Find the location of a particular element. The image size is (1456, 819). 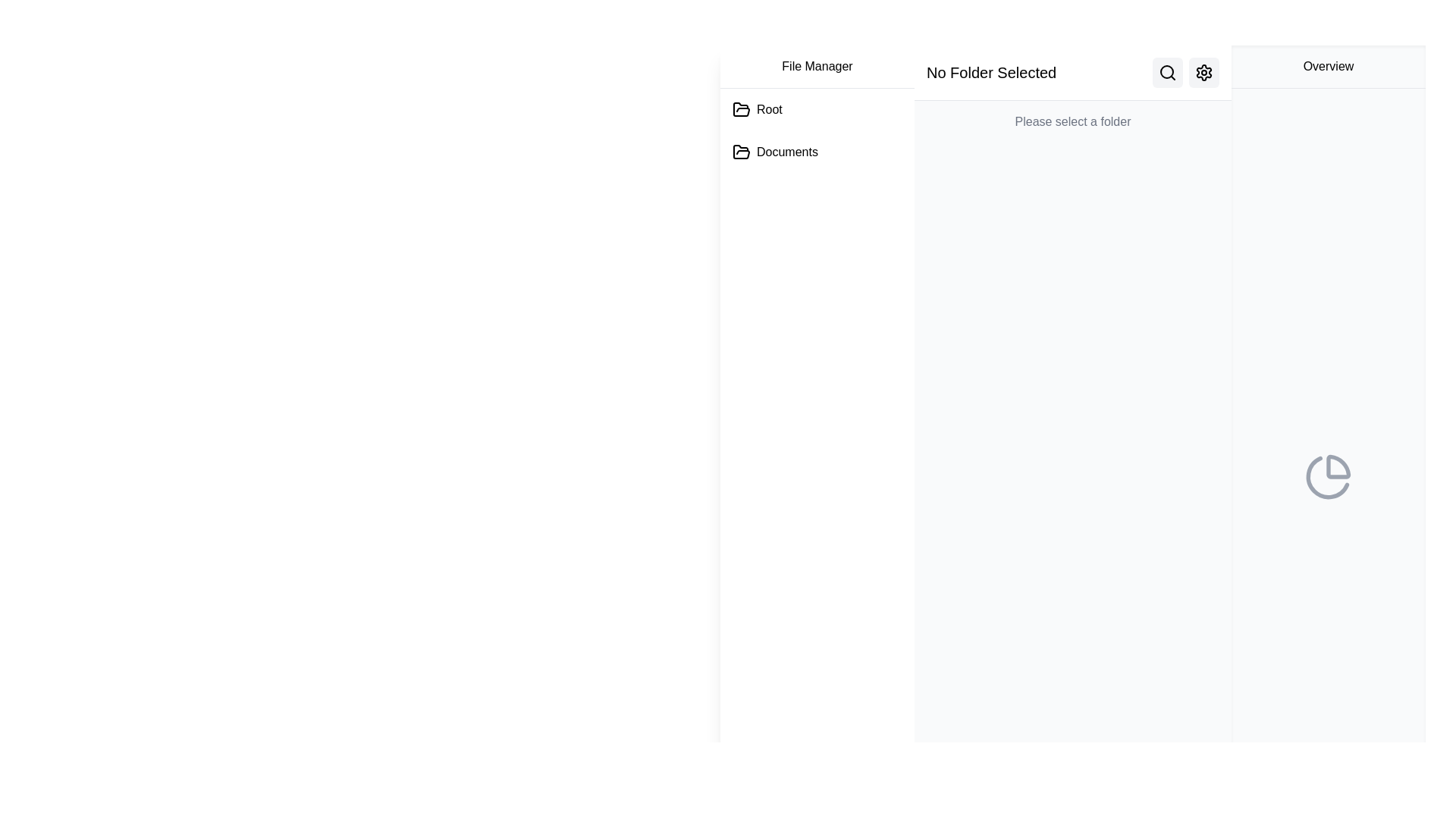

the gear-shaped icon in the top-right corner of the interface is located at coordinates (1203, 73).